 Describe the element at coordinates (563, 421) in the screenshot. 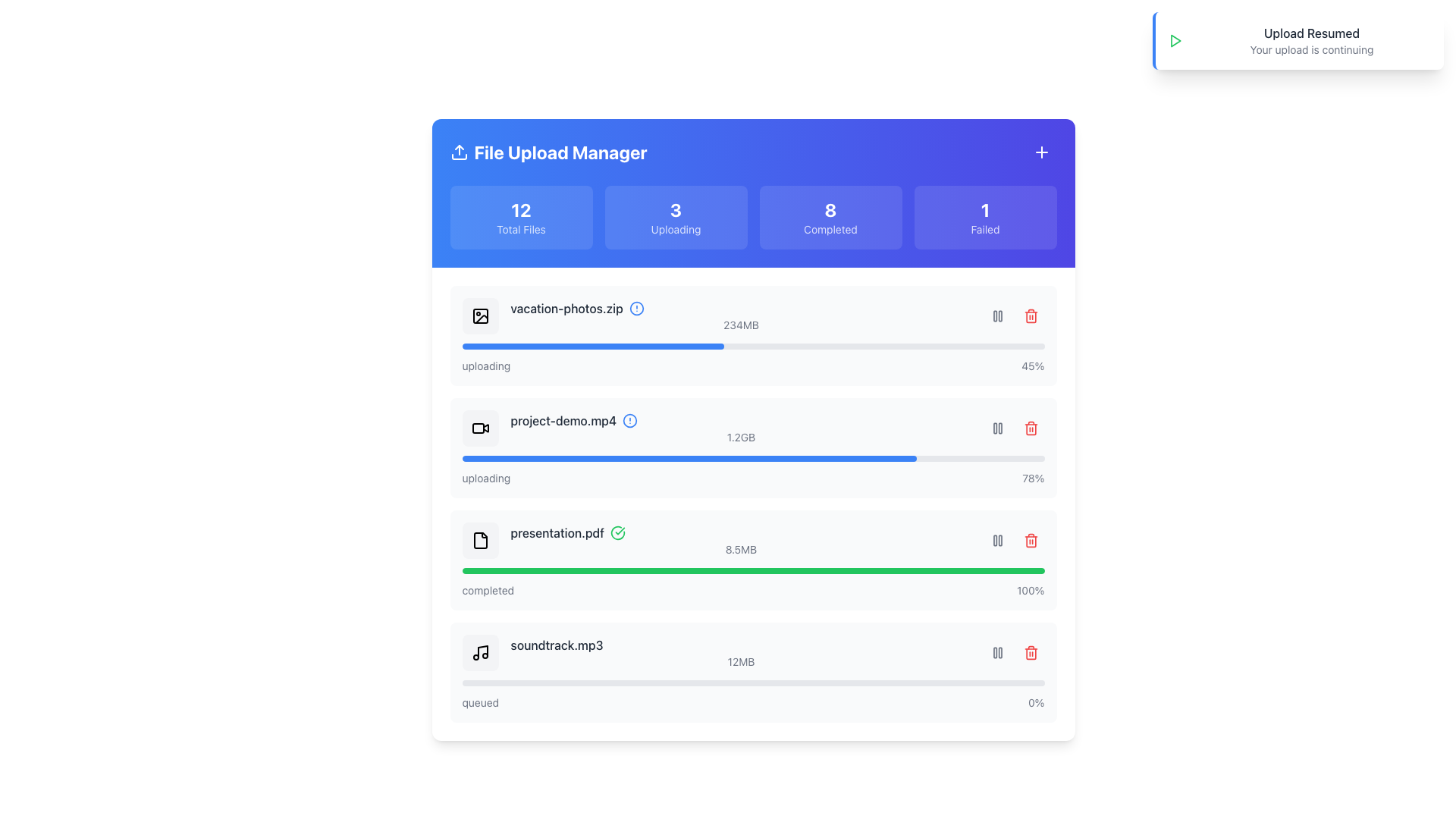

I see `the text label that displays the file name 'project-demo.mp4' located` at that location.